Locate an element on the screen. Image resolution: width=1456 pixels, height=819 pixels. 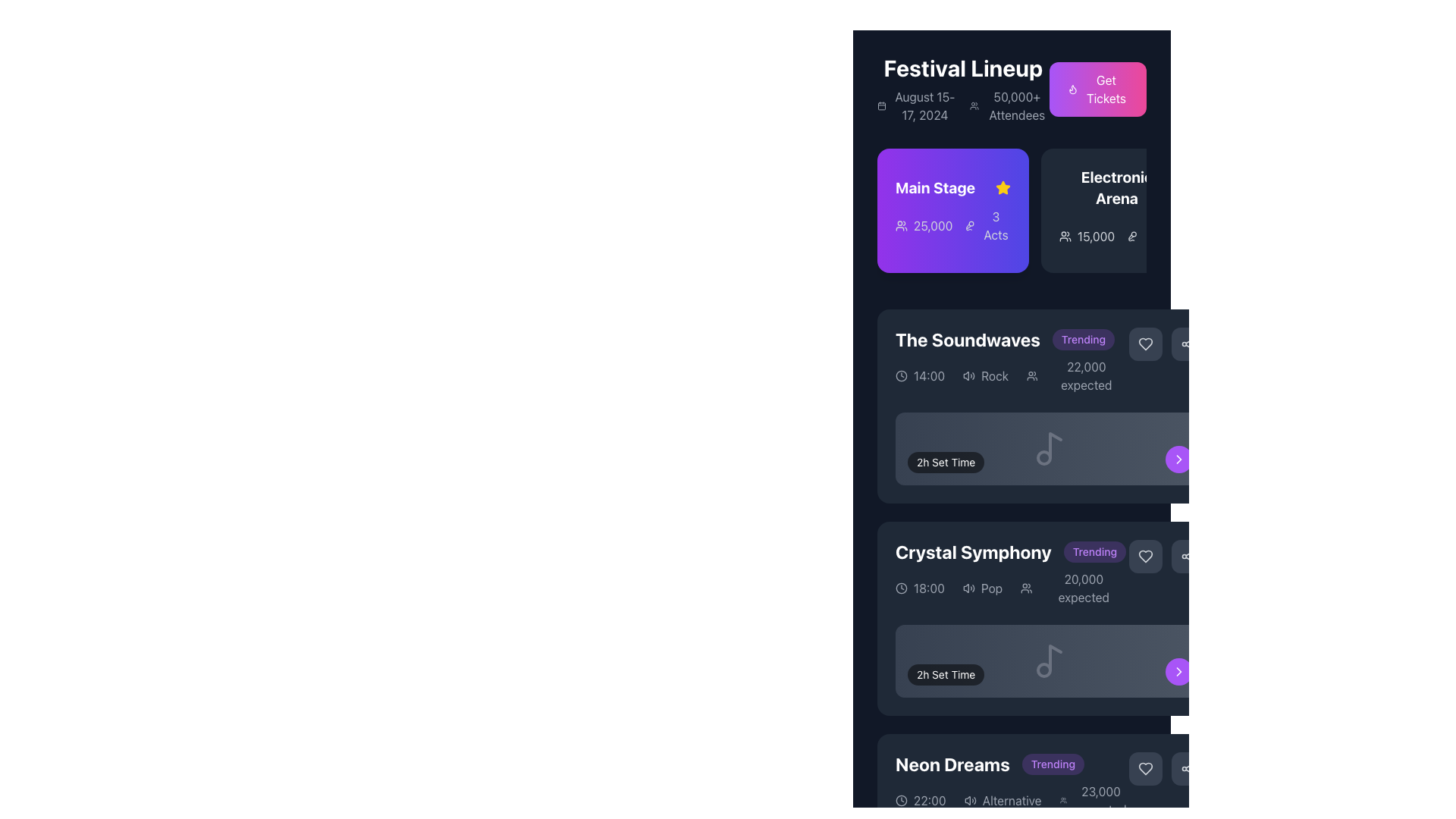
text displayed on the informational label indicating the event duration of '2 hours' located at the bottom-left corner of the 'Crystal Symphony' event card is located at coordinates (945, 674).